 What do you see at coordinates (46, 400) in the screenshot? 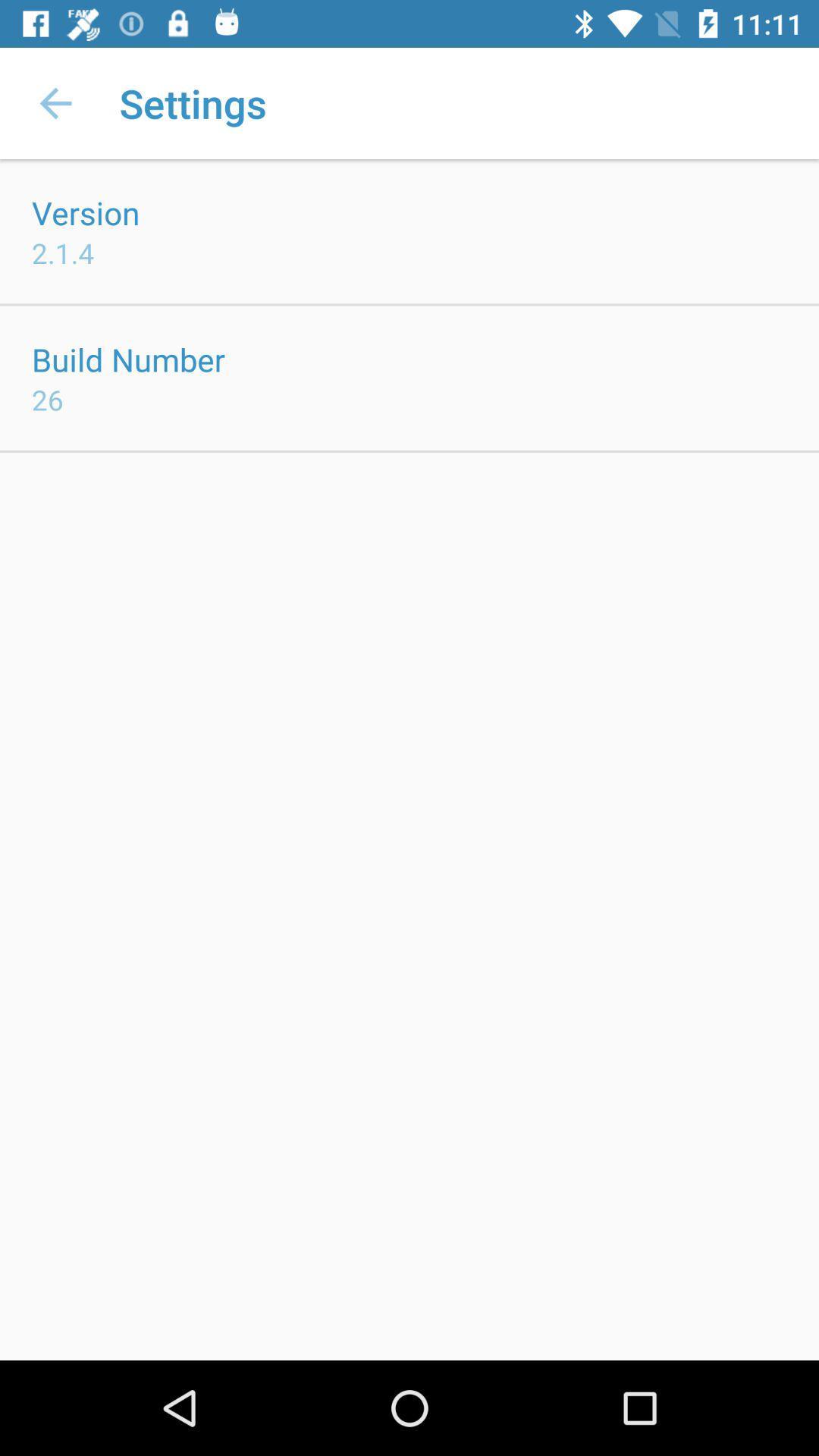
I see `the icon below the build number icon` at bounding box center [46, 400].